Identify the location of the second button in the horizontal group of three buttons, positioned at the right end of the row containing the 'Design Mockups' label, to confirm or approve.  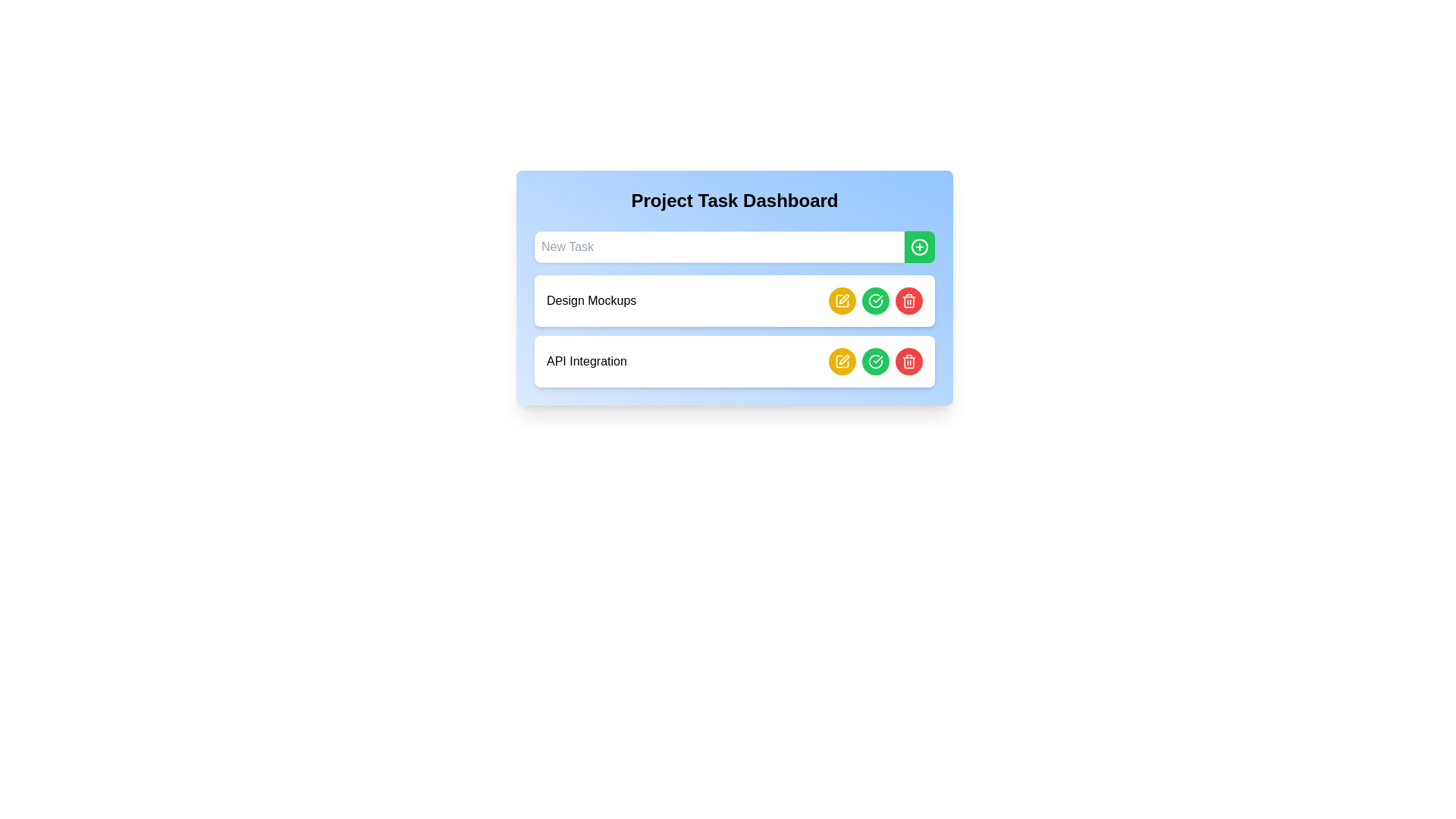
(876, 301).